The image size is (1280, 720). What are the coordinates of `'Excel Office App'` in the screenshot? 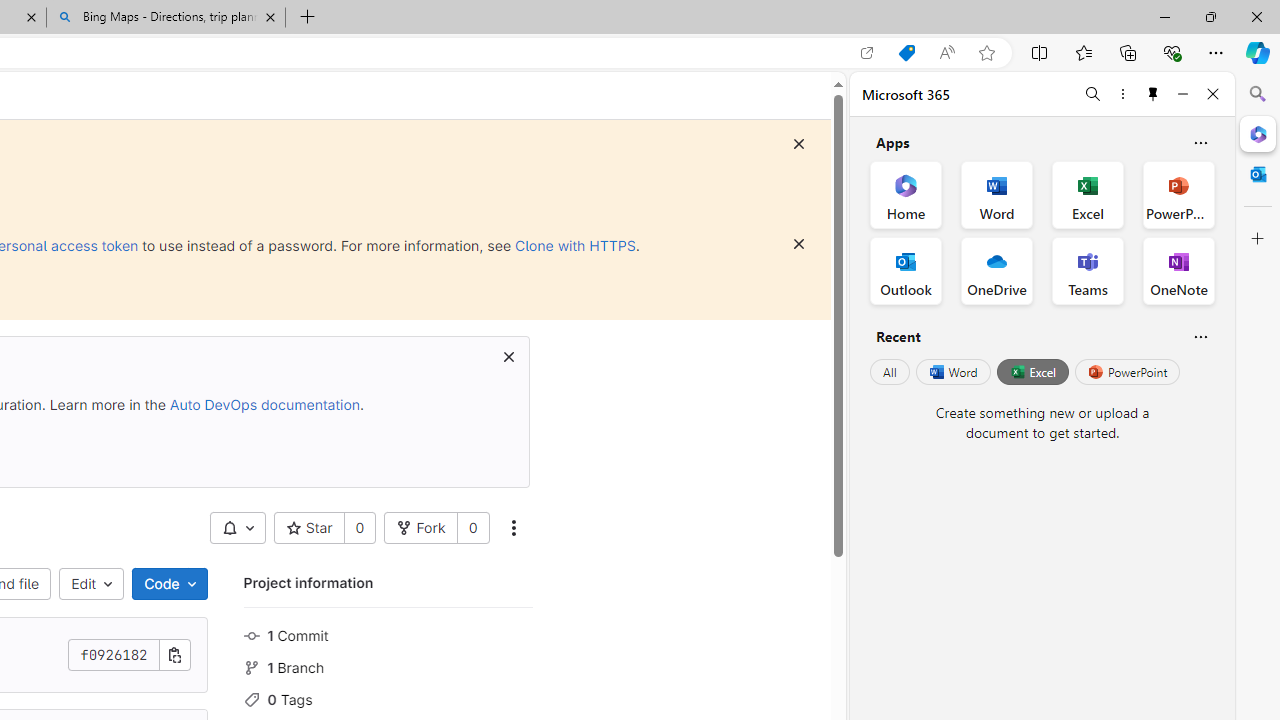 It's located at (1087, 195).